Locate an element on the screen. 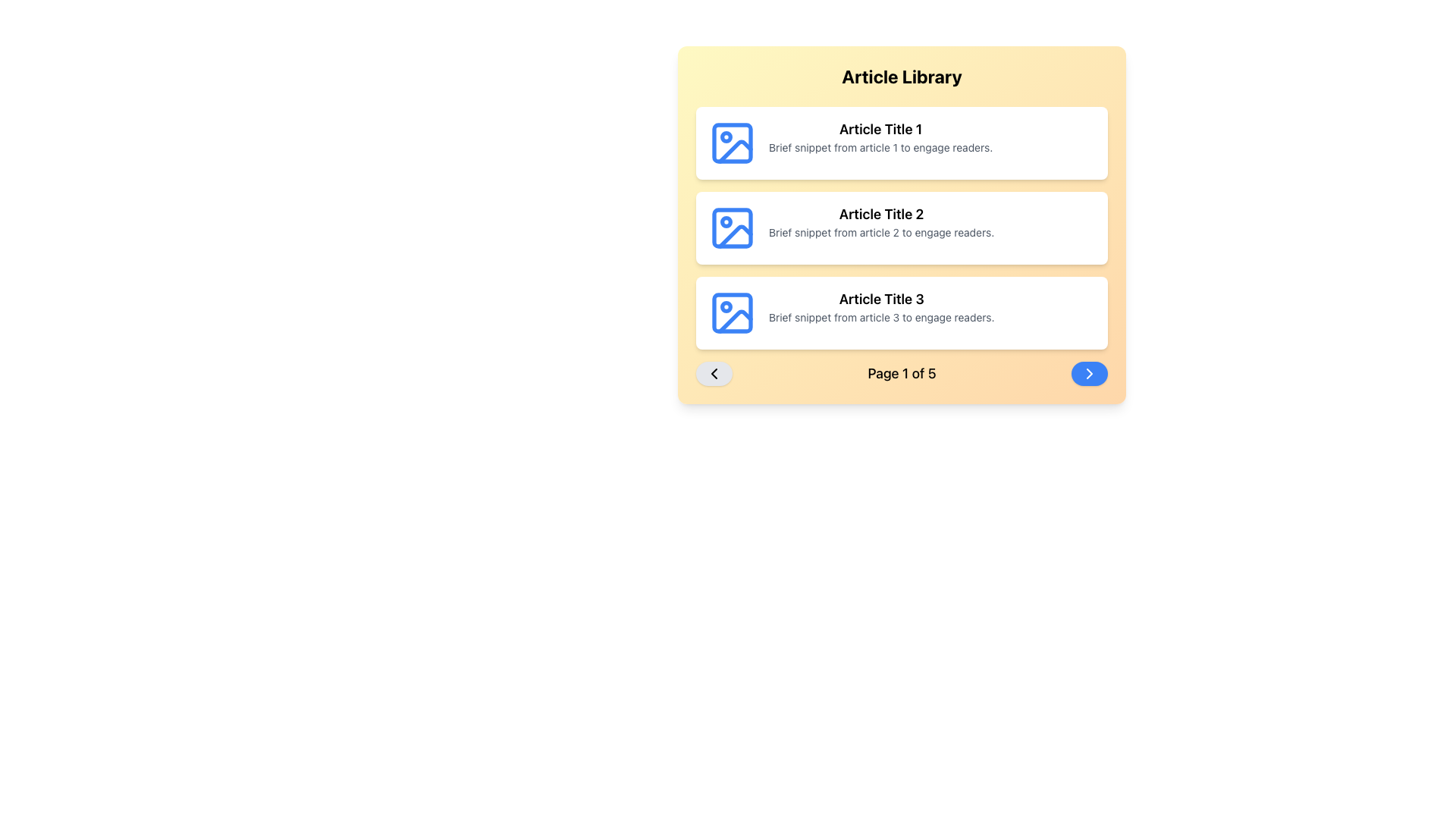 This screenshot has height=819, width=1456. the graphical icon component representing 'Article Title 2', which is part of the second icon in the list, located in the central row, to the left of the article's textual description is located at coordinates (735, 237).